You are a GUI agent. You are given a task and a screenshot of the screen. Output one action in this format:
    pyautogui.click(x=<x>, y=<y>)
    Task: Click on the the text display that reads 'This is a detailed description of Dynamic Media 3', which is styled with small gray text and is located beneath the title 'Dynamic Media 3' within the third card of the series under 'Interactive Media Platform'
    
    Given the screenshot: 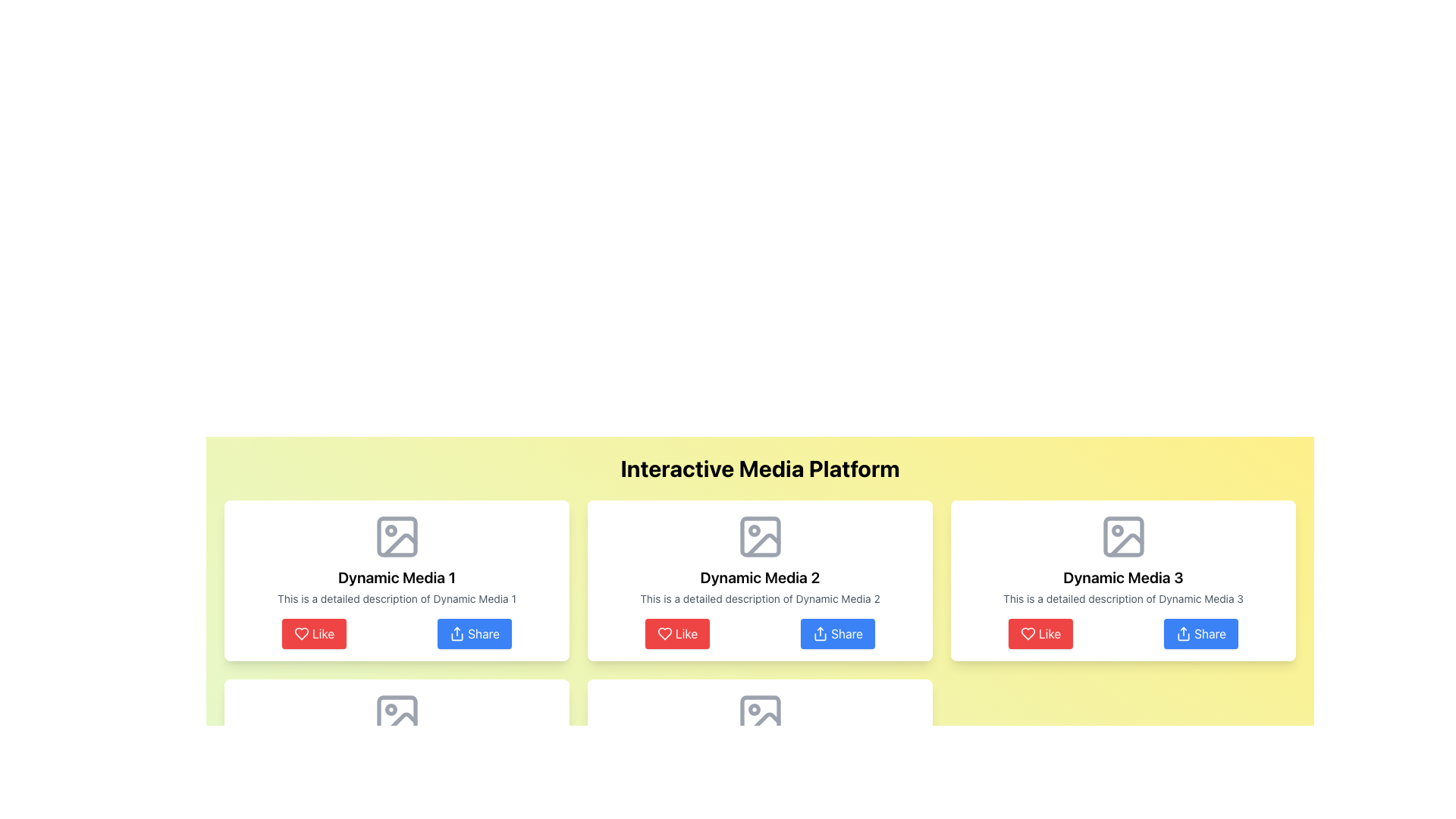 What is the action you would take?
    pyautogui.click(x=1123, y=598)
    